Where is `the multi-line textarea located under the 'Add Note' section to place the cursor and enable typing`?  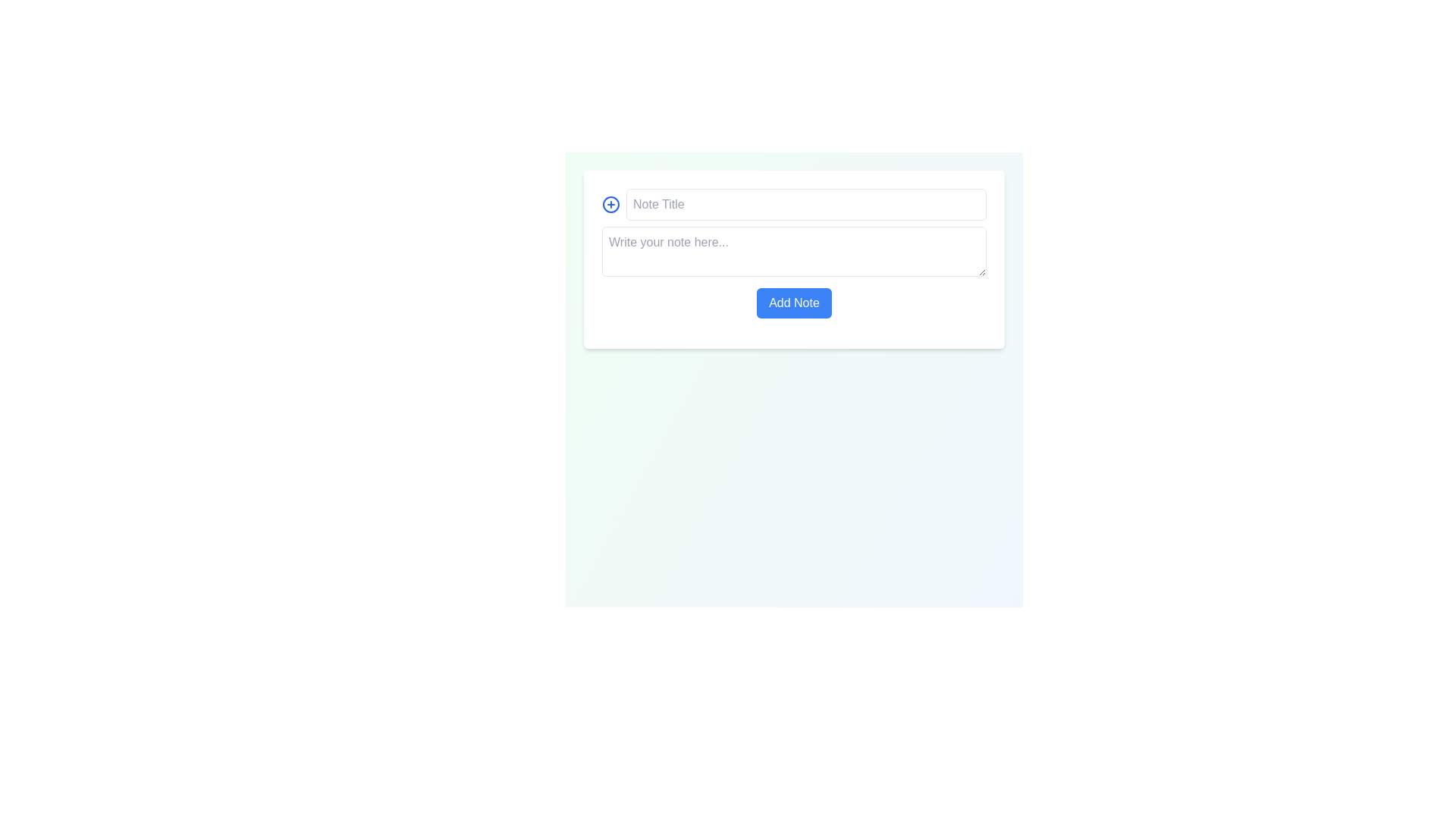
the multi-line textarea located under the 'Add Note' section to place the cursor and enable typing is located at coordinates (793, 250).